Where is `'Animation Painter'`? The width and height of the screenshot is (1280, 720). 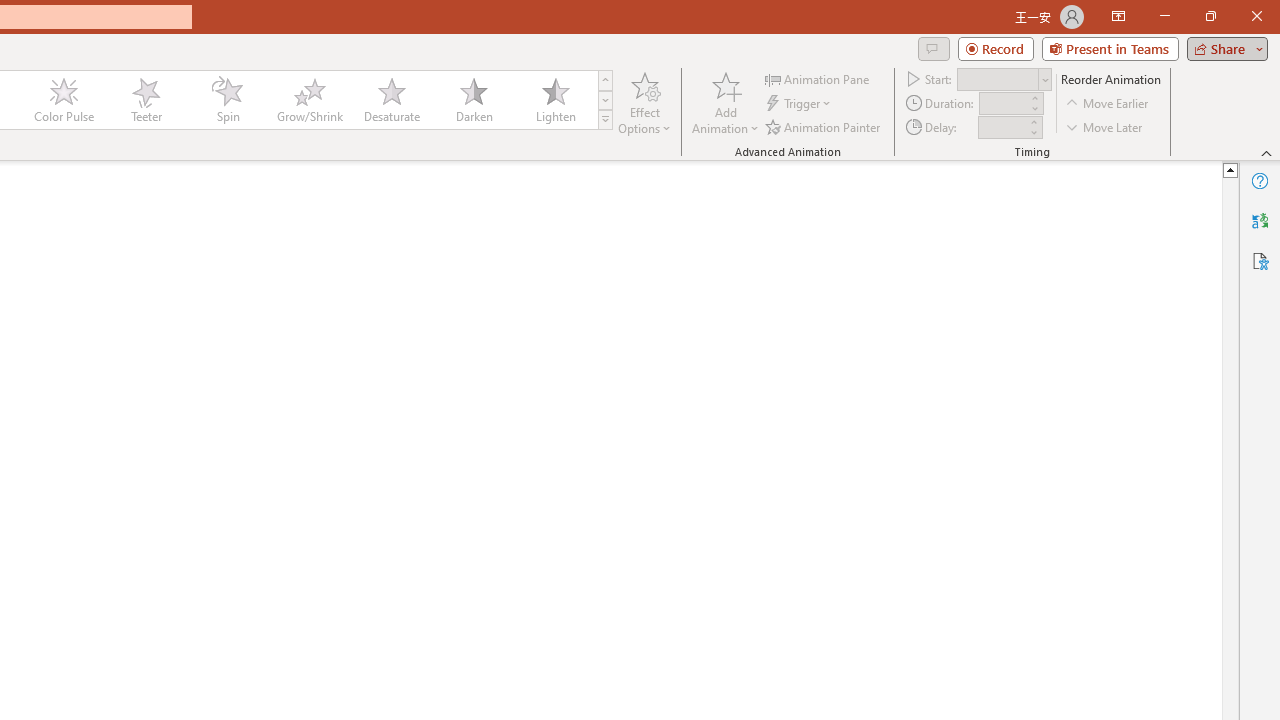
'Animation Painter' is located at coordinates (824, 127).